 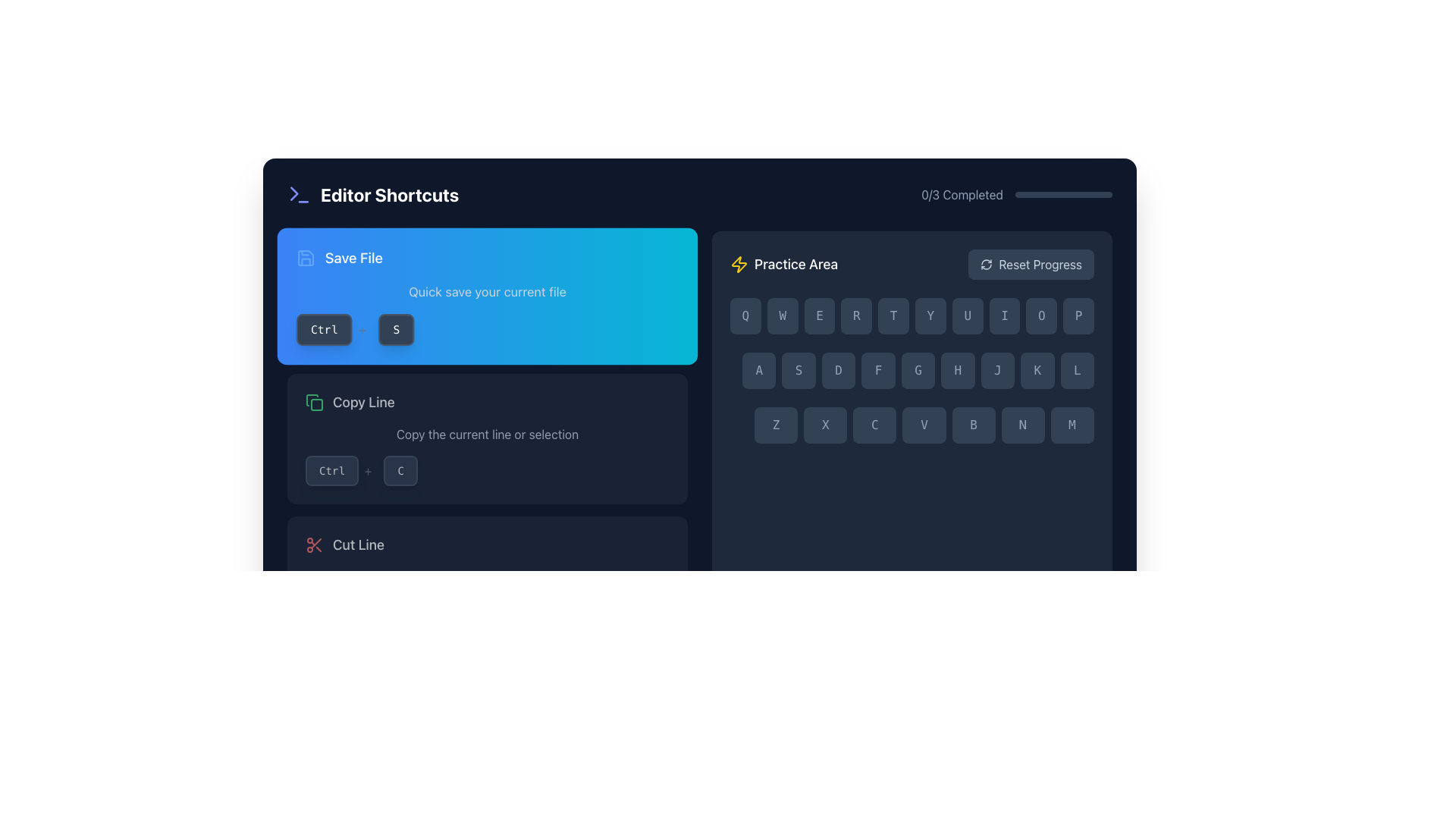 I want to click on the dark rectangle button with rounded corners labeled 'J' in the Practice Area to input the letter 'J', so click(x=997, y=371).